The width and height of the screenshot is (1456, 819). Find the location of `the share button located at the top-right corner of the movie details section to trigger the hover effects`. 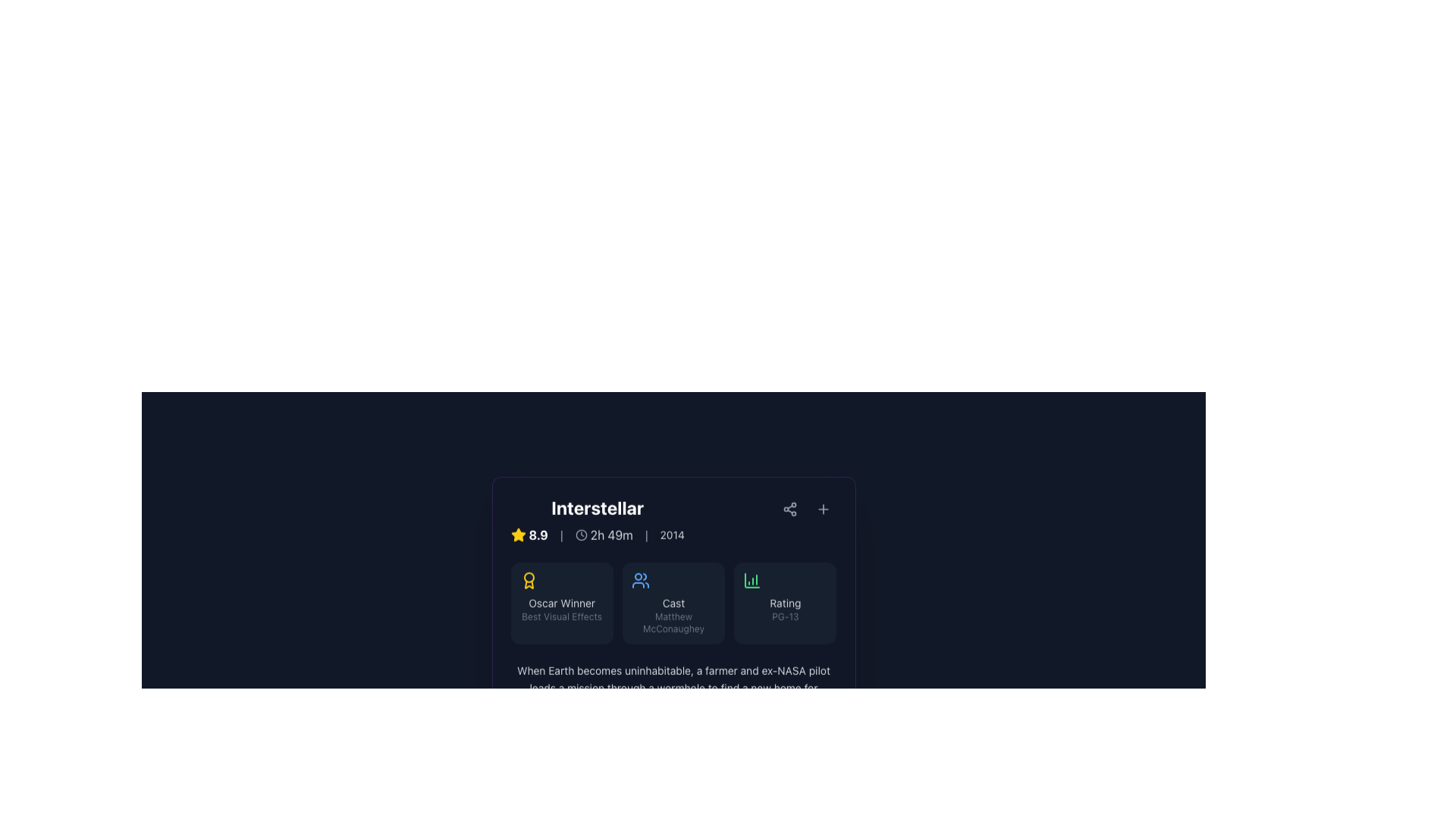

the share button located at the top-right corner of the movie details section to trigger the hover effects is located at coordinates (789, 509).